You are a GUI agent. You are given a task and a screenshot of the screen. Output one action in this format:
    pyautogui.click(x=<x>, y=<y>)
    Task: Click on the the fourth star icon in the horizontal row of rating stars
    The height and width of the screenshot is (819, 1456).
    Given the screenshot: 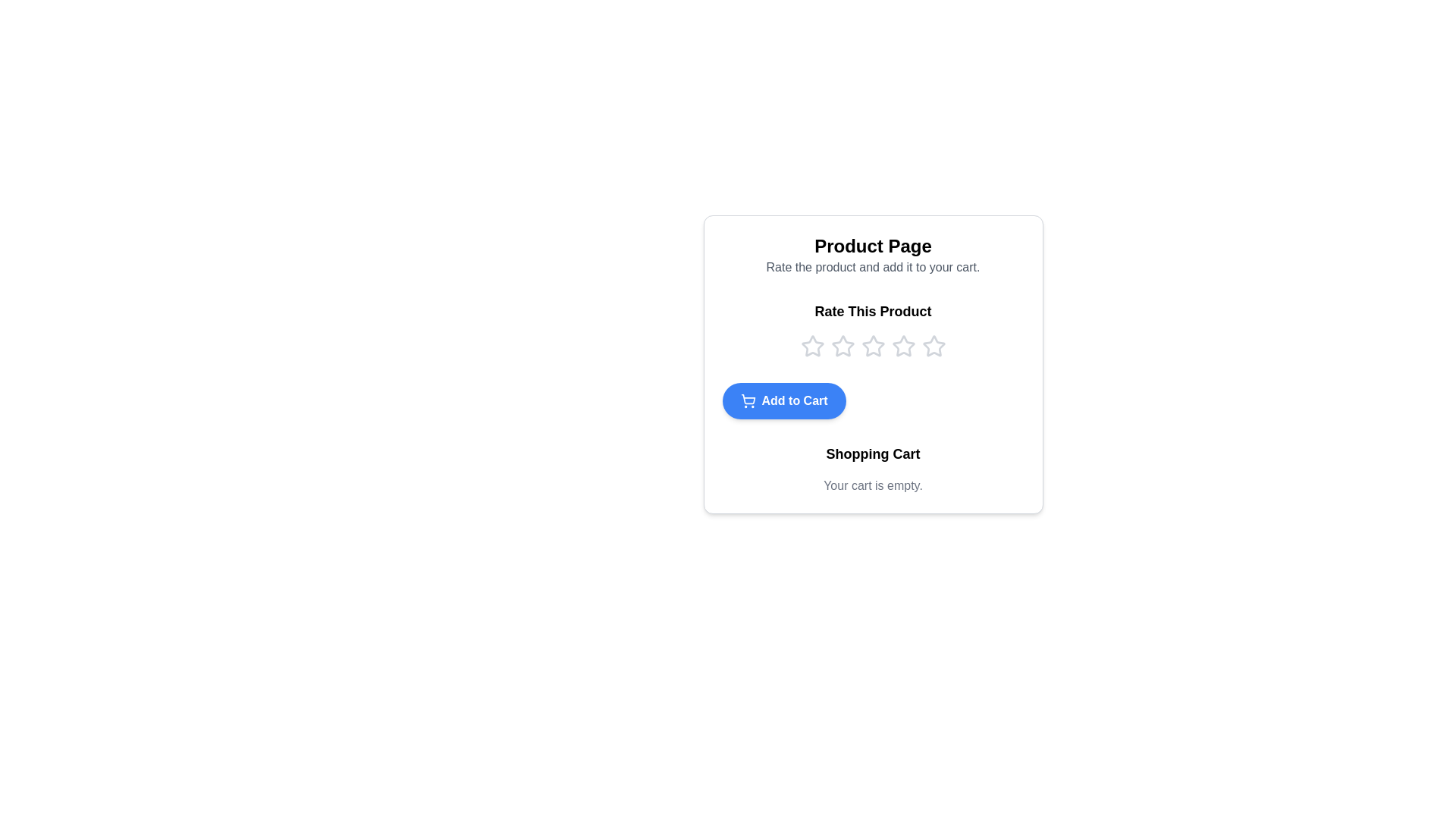 What is the action you would take?
    pyautogui.click(x=903, y=346)
    